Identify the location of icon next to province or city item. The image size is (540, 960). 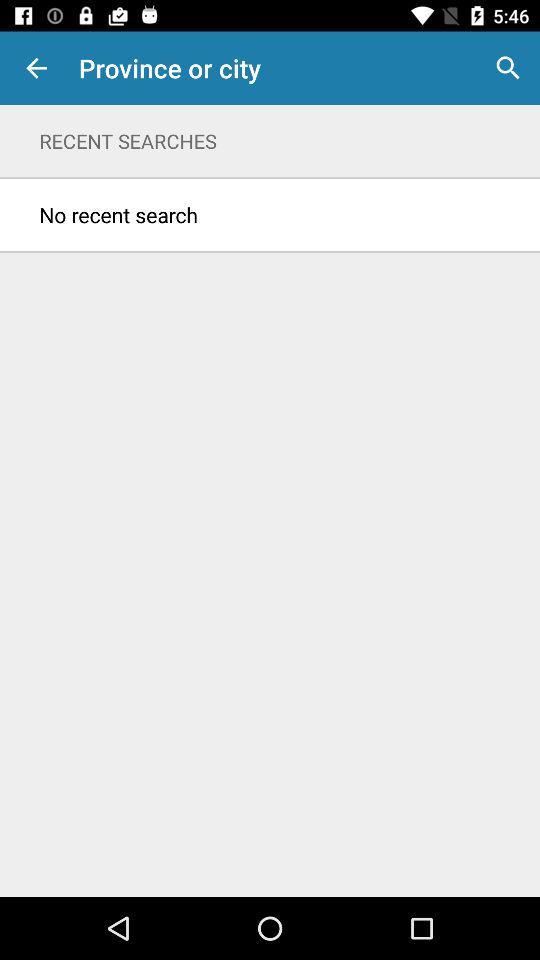
(508, 68).